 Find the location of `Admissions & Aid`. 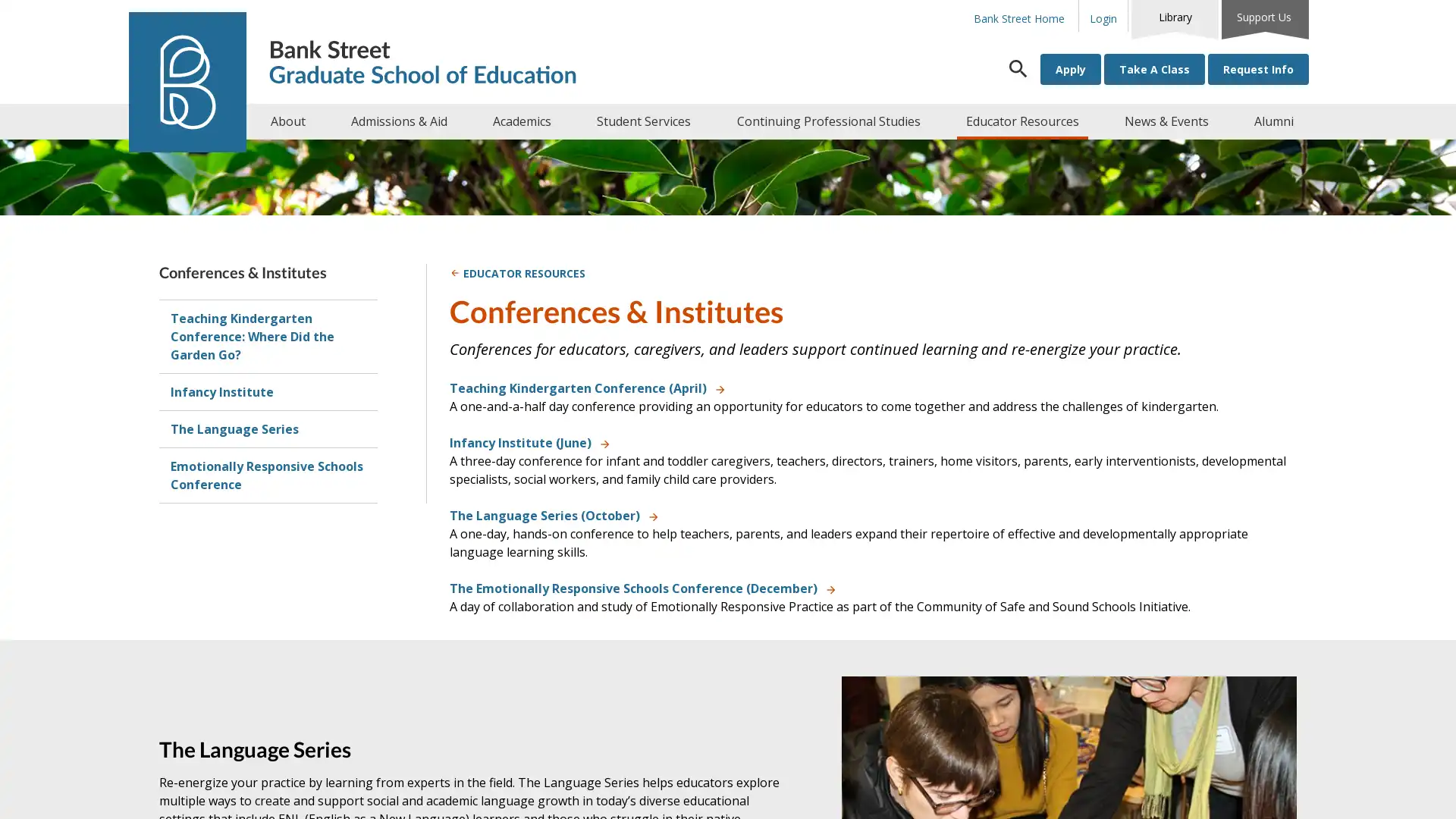

Admissions & Aid is located at coordinates (399, 121).